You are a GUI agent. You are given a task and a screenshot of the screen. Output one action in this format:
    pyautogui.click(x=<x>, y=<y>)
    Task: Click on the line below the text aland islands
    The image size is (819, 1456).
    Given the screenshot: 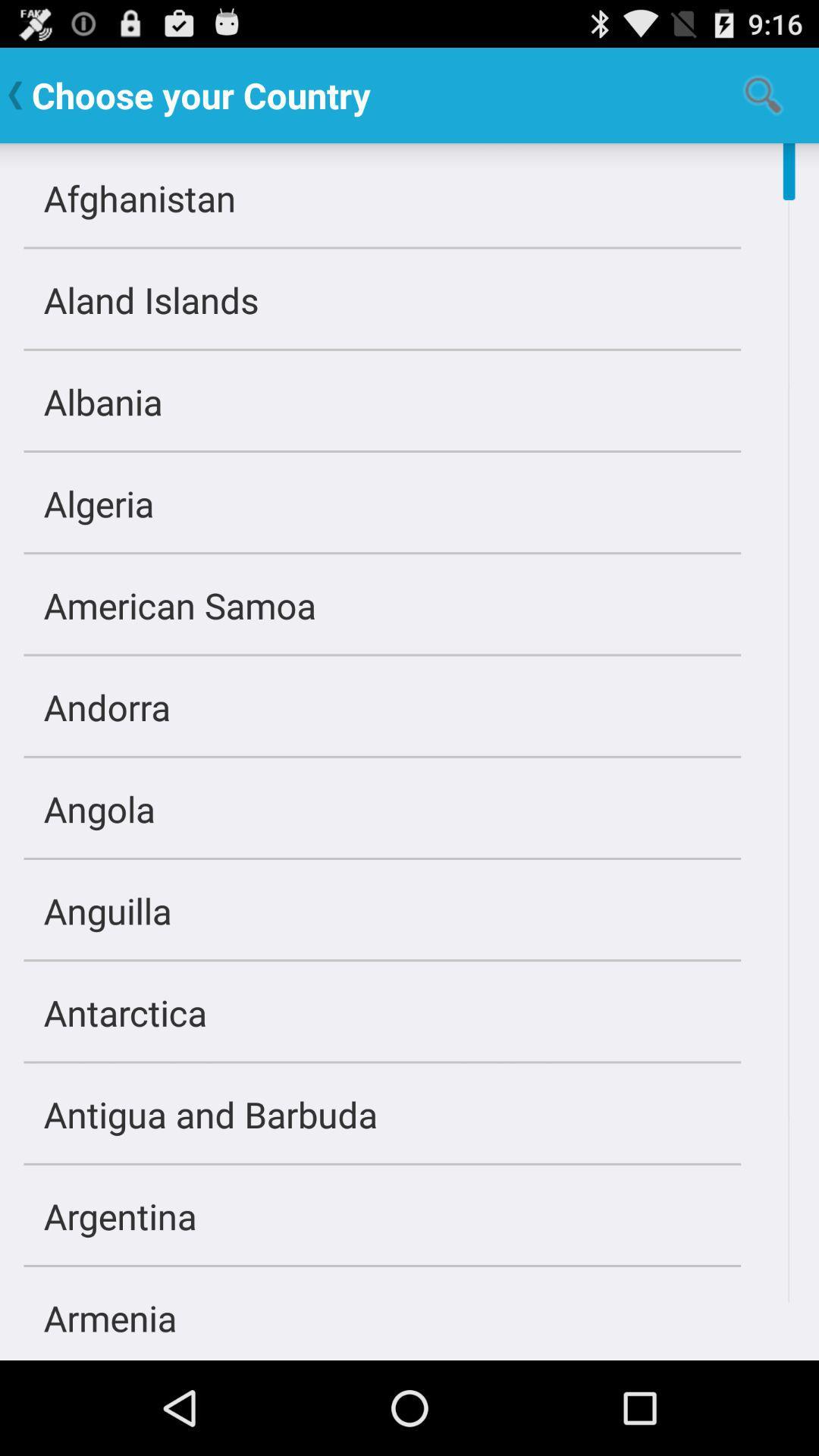 What is the action you would take?
    pyautogui.click(x=381, y=349)
    